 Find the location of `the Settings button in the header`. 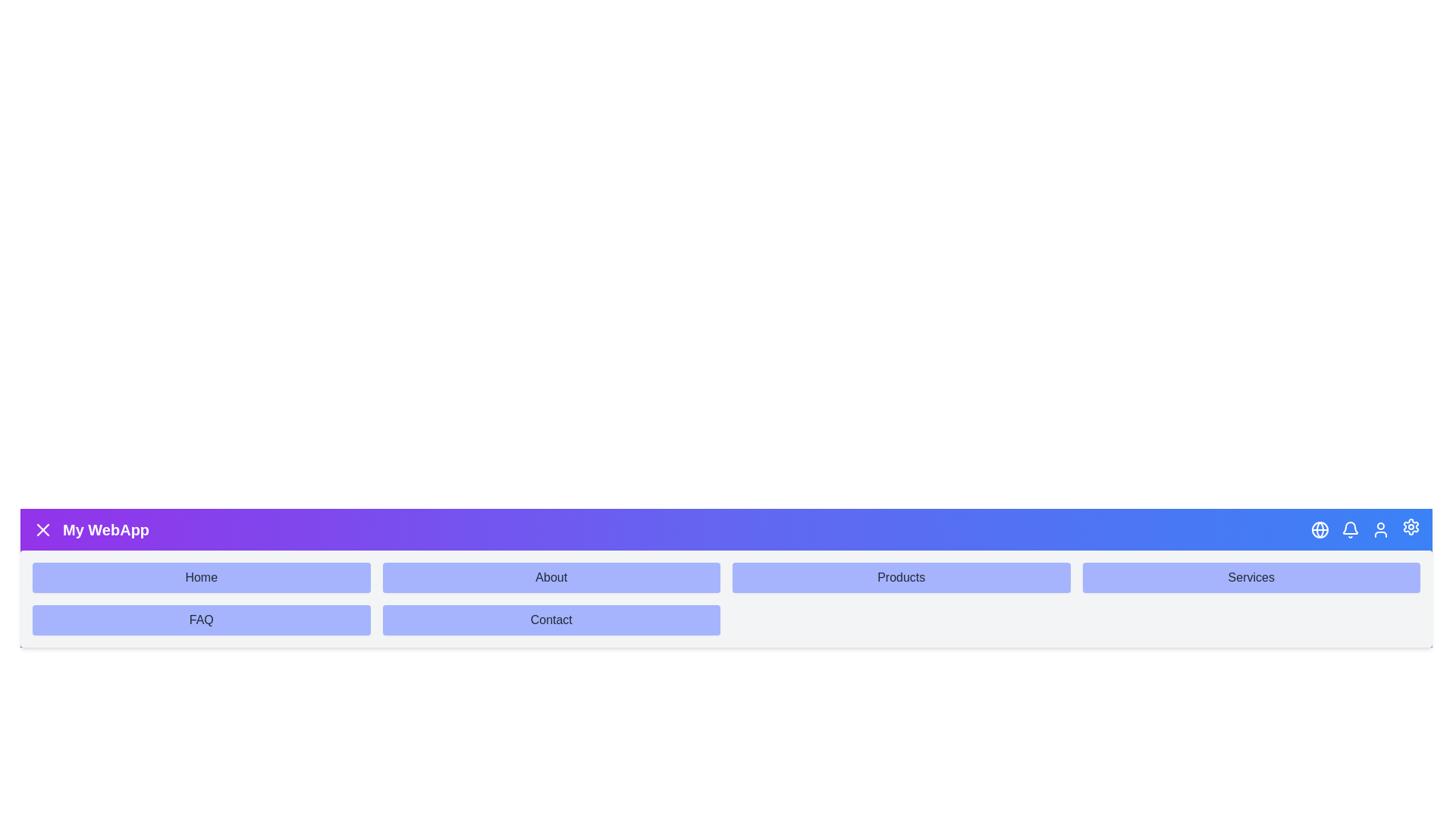

the Settings button in the header is located at coordinates (1410, 526).